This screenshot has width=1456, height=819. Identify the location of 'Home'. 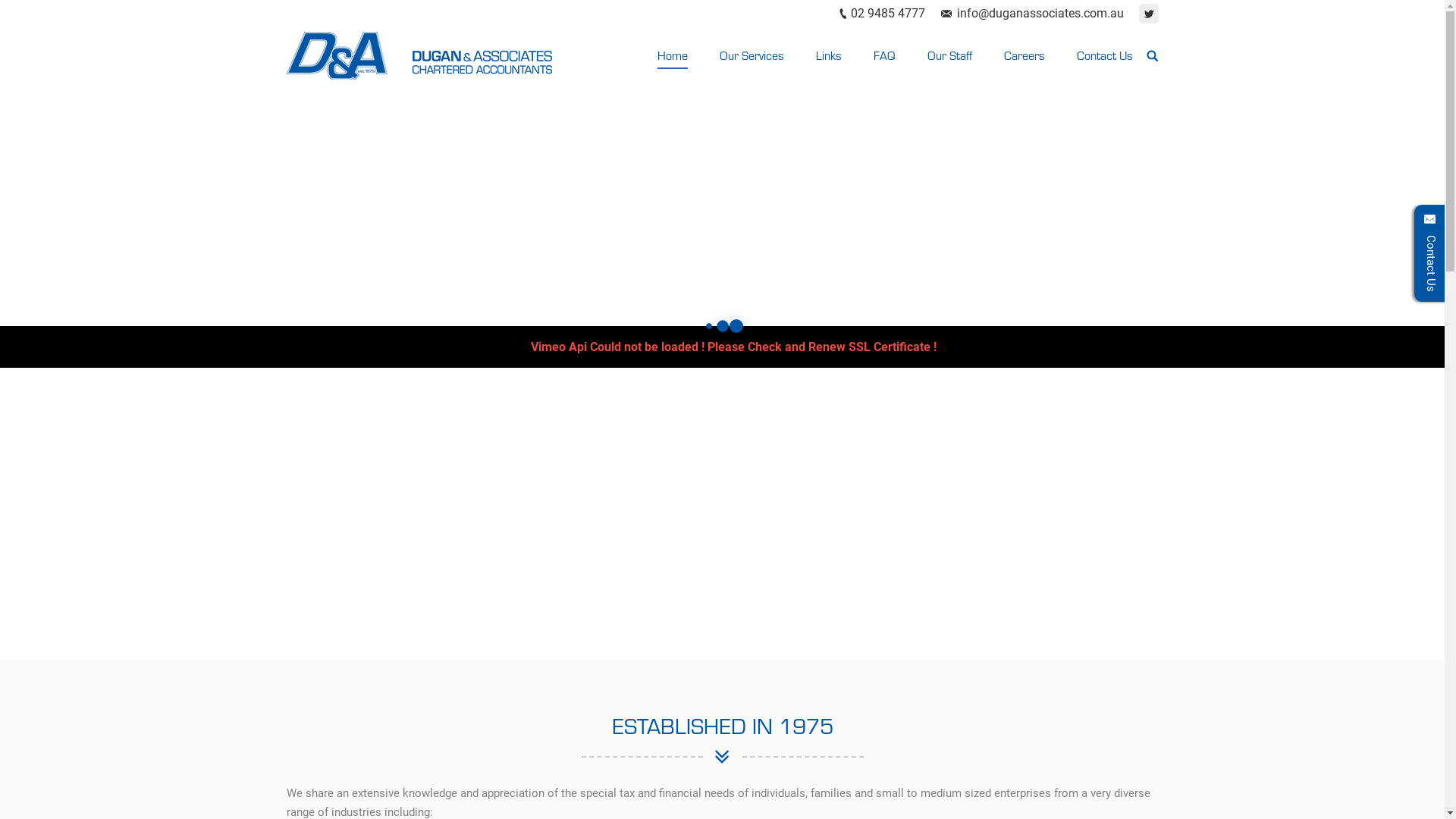
(673, 55).